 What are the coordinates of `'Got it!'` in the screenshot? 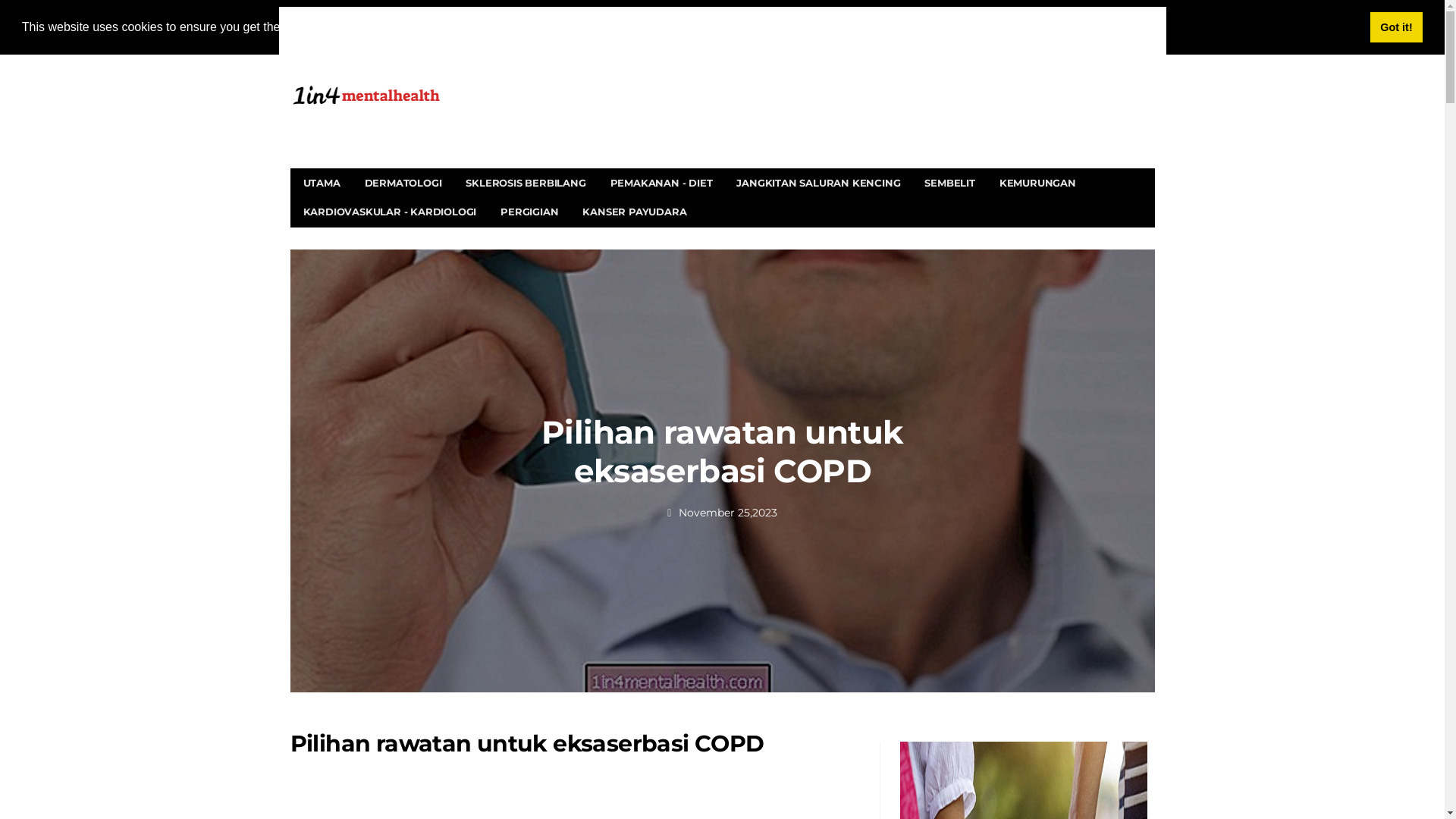 It's located at (1395, 27).